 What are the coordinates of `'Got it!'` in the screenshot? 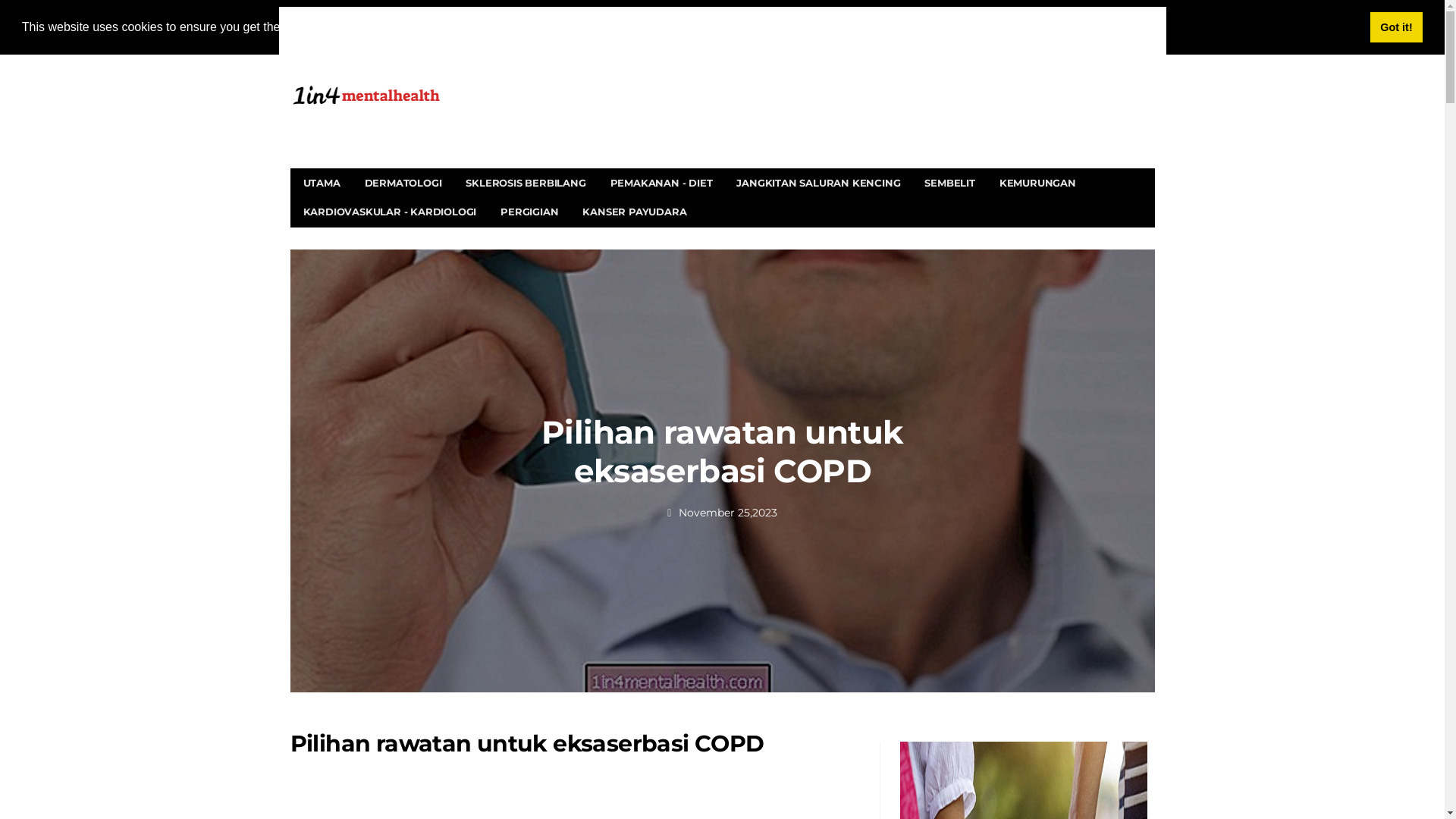 It's located at (1395, 27).